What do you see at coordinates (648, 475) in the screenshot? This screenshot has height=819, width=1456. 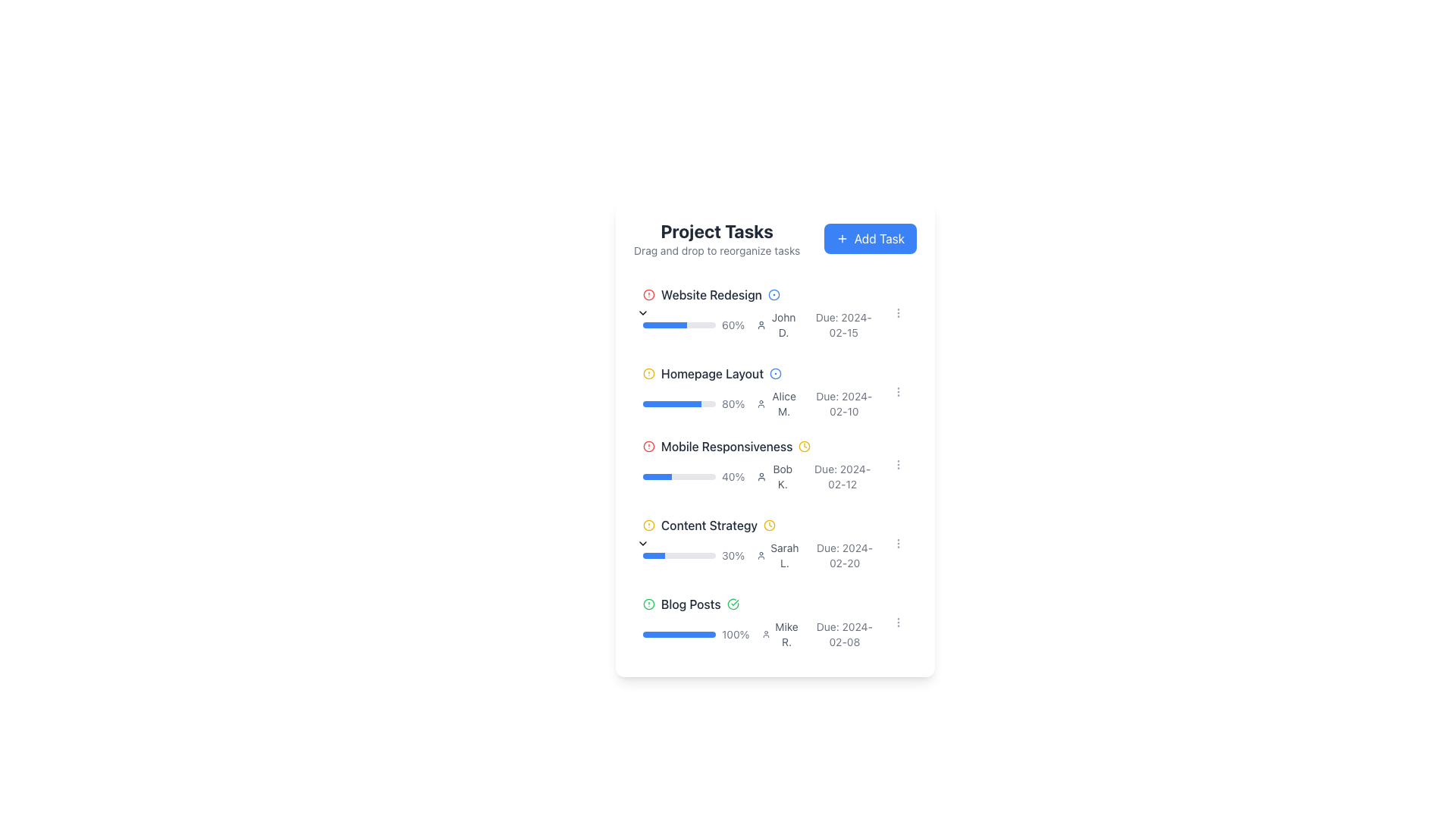 I see `progress` at bounding box center [648, 475].